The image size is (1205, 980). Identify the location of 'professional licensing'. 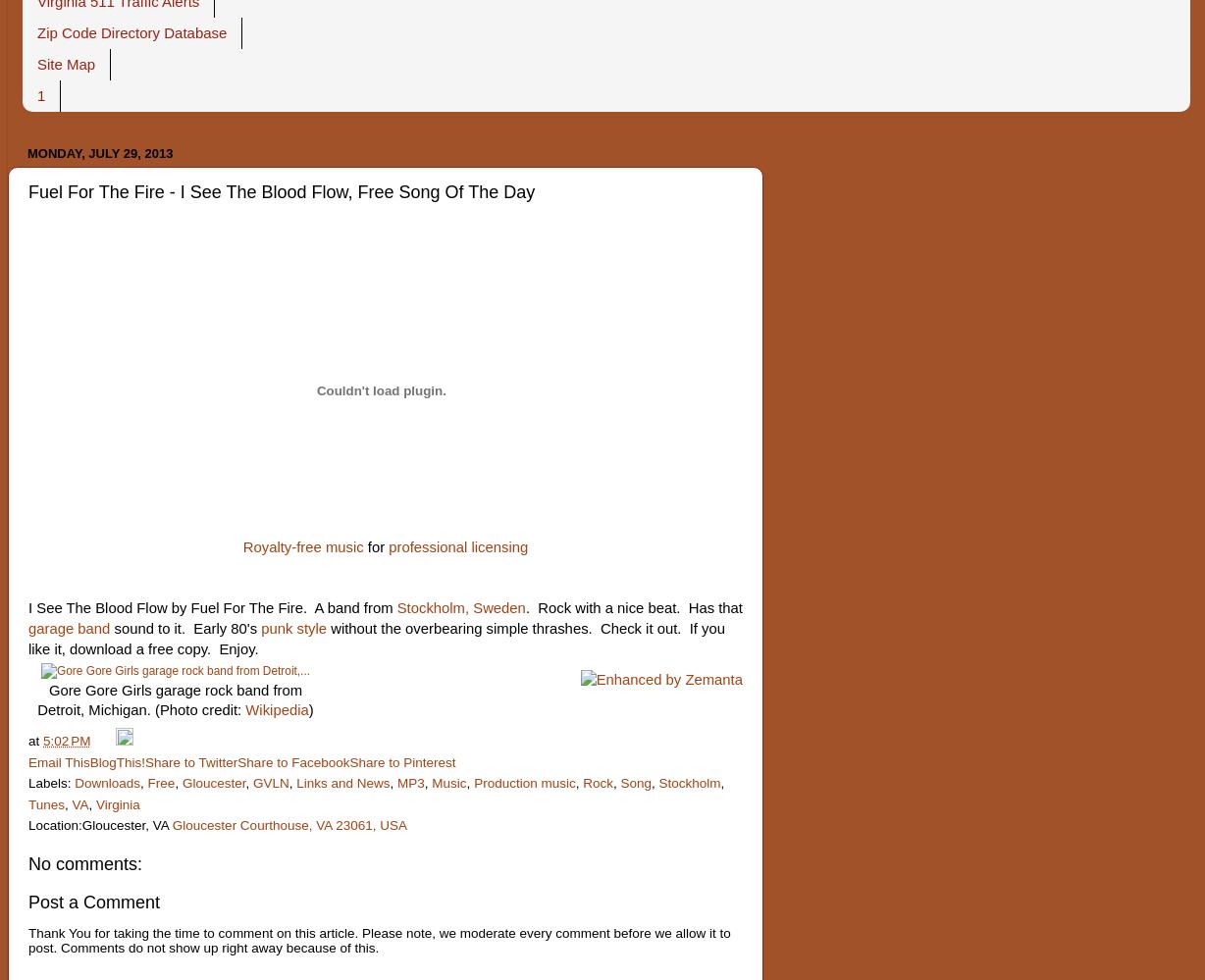
(457, 547).